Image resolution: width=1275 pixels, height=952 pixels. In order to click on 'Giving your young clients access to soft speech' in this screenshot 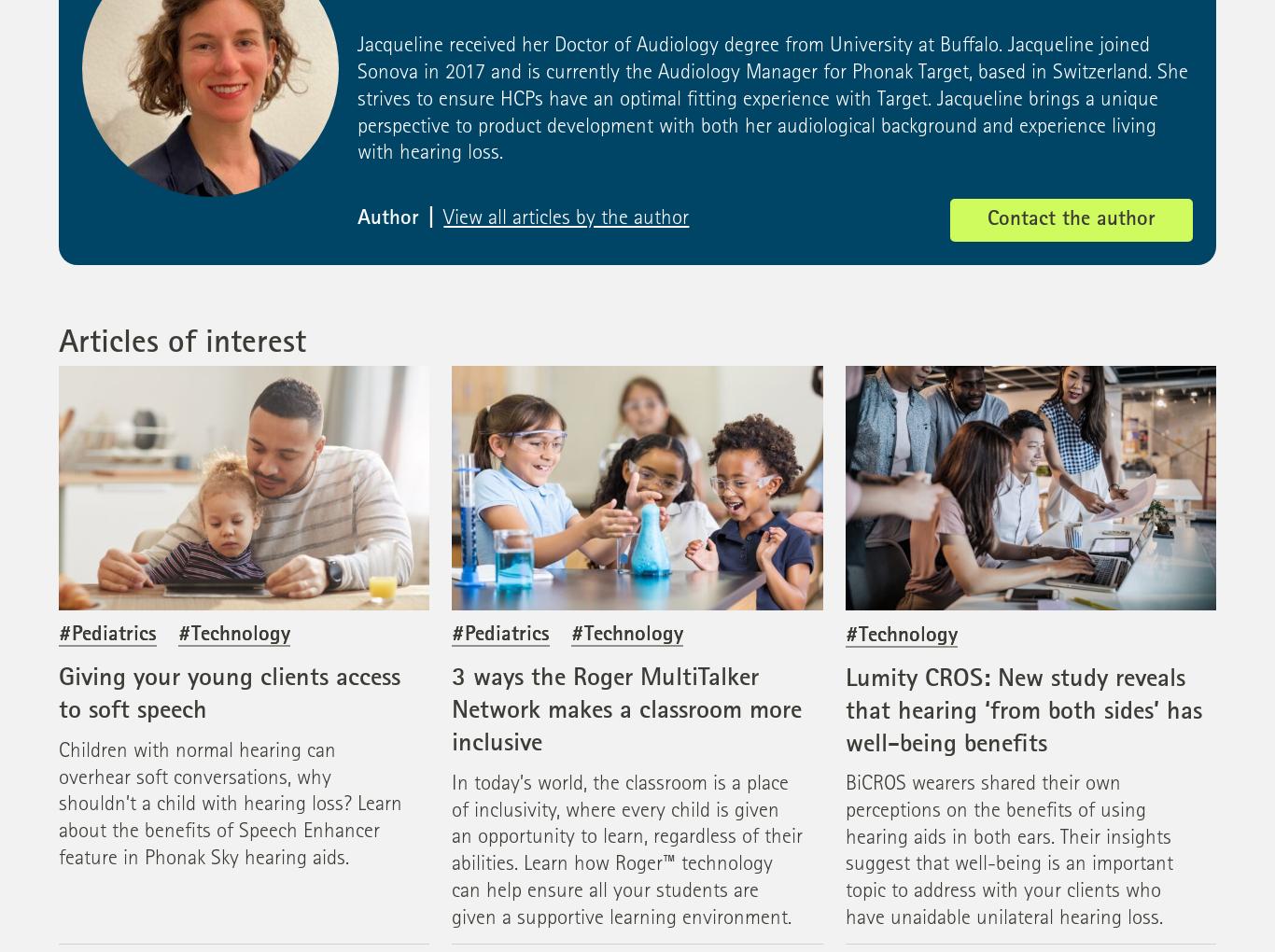, I will do `click(230, 695)`.